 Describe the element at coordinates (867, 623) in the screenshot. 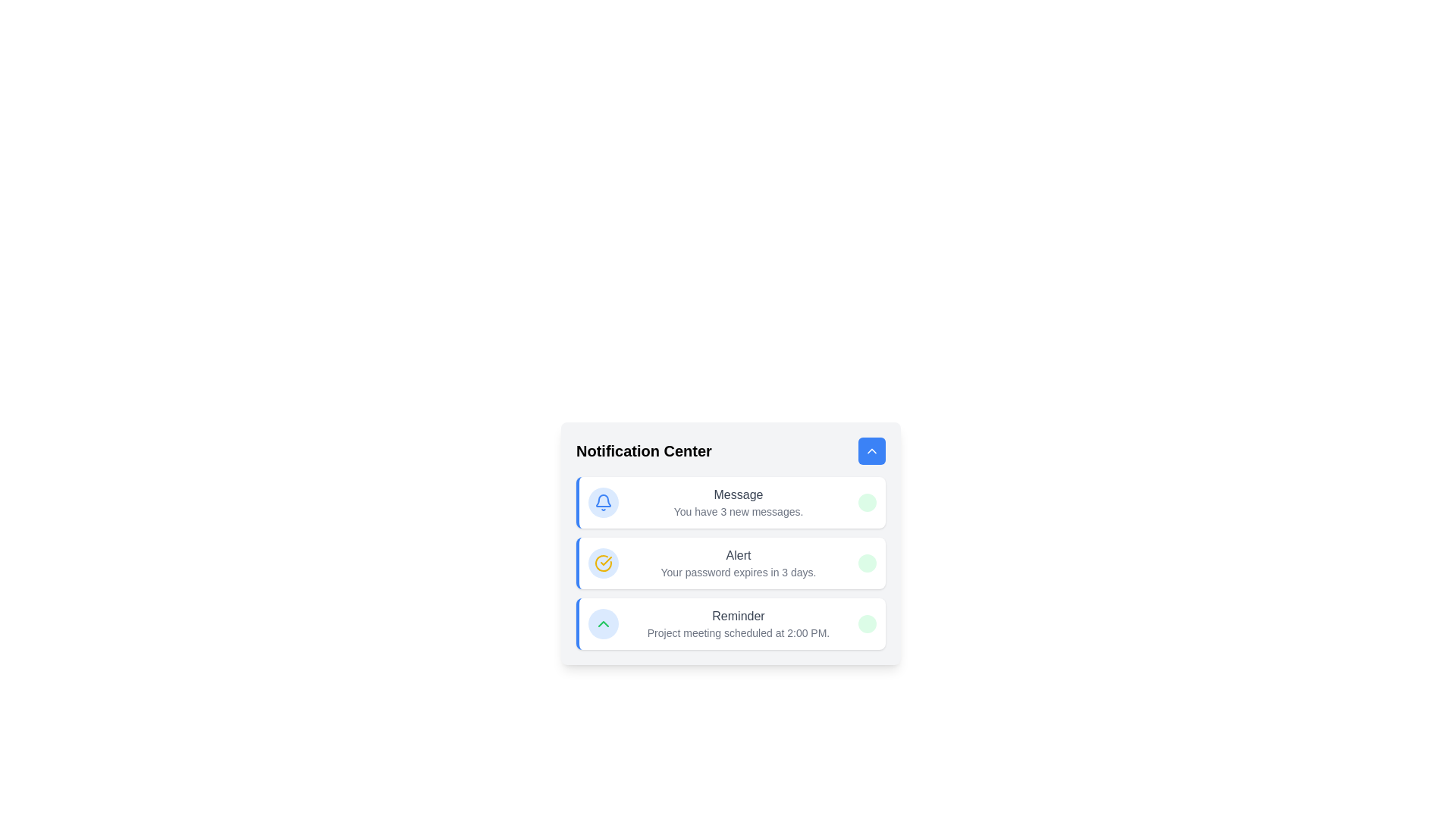

I see `the newness indicator badge located in the far-right corner of the 'Reminder' notification entry` at that location.